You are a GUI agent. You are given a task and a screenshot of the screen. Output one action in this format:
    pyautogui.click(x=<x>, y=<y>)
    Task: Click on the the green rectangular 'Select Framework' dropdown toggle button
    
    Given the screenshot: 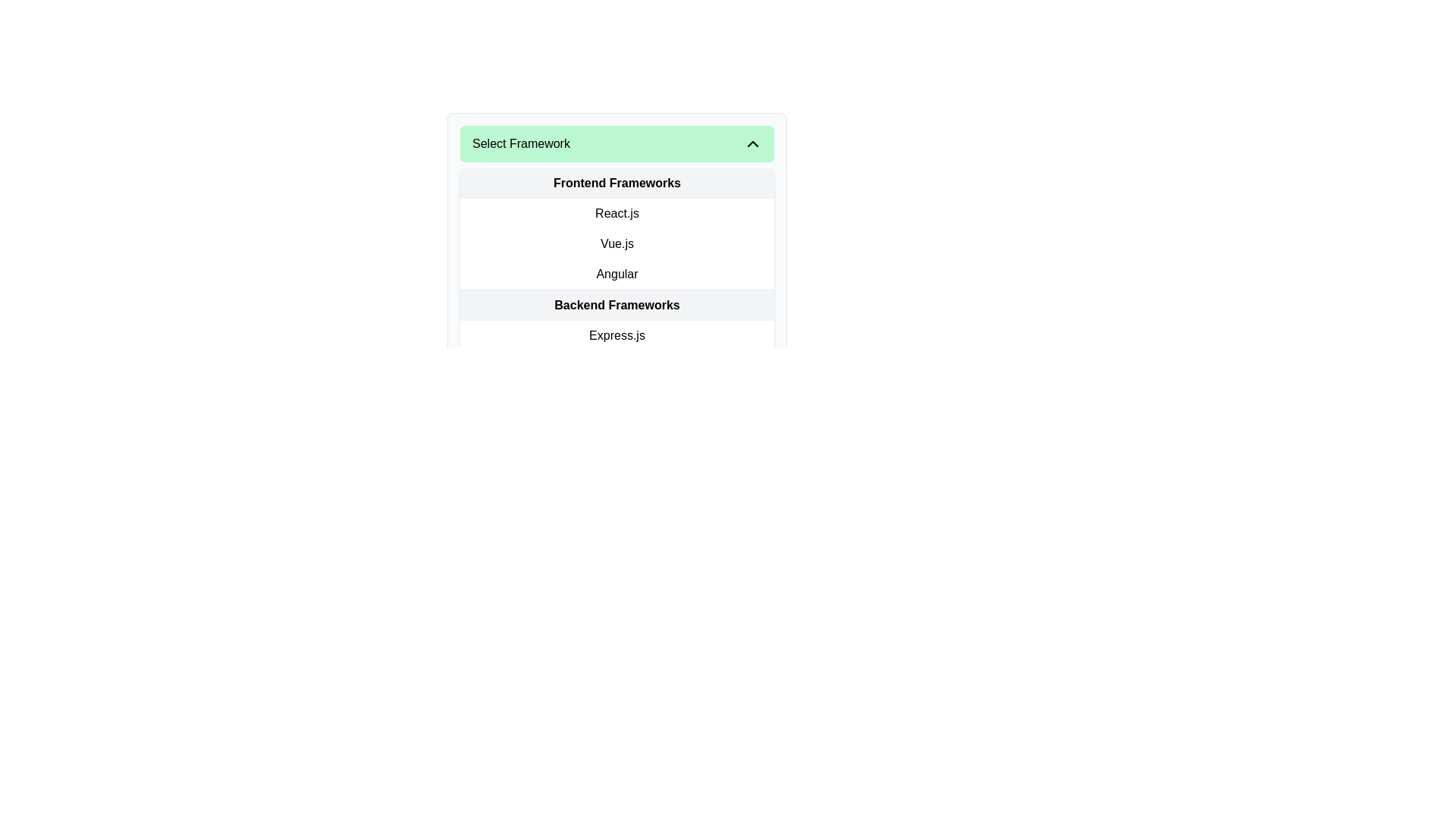 What is the action you would take?
    pyautogui.click(x=617, y=143)
    